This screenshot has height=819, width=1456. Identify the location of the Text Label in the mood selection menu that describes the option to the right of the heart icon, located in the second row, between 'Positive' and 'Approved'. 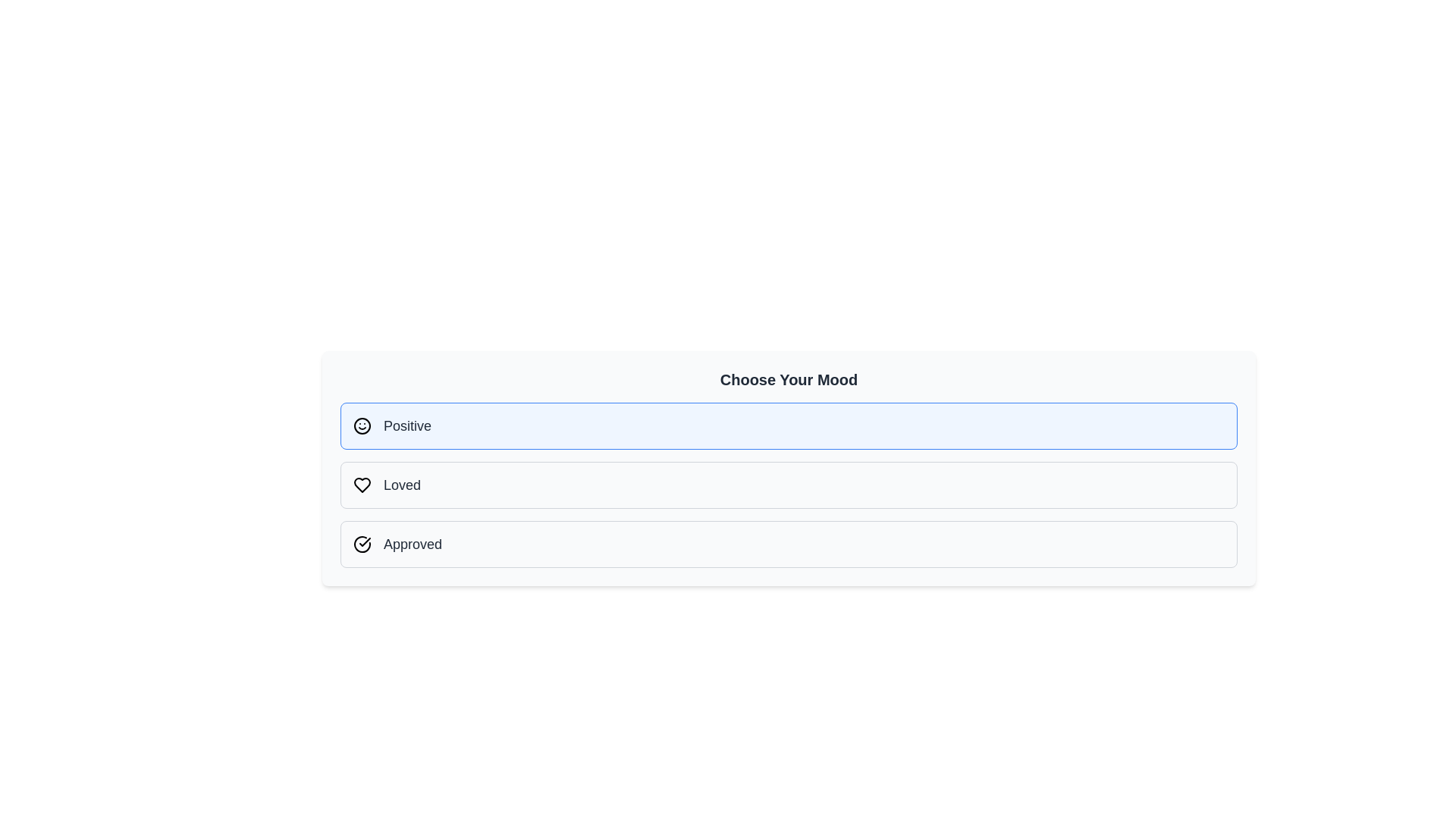
(402, 485).